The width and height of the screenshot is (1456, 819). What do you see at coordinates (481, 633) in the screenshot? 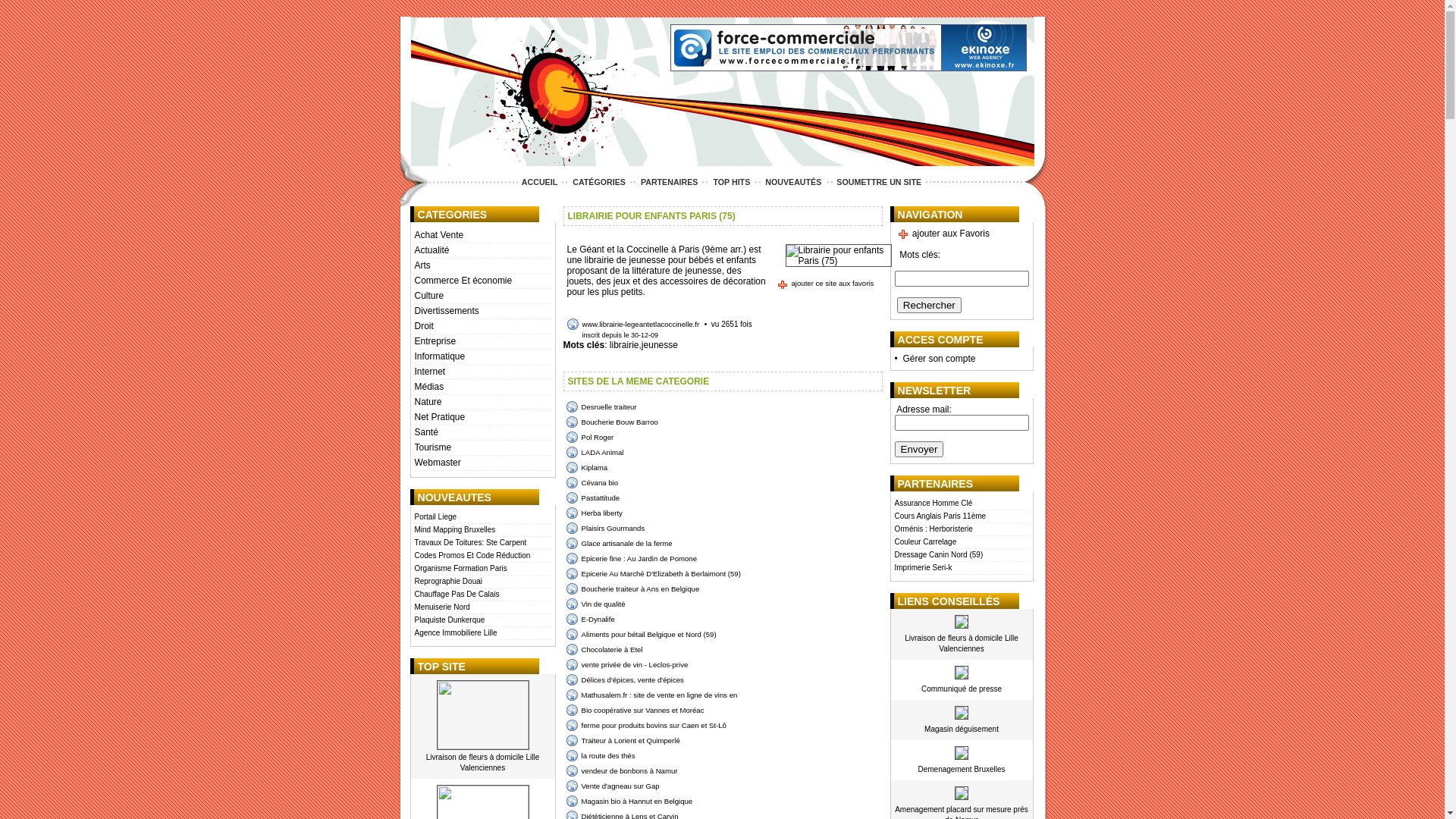
I see `'Agence Immobiliere Lille'` at bounding box center [481, 633].